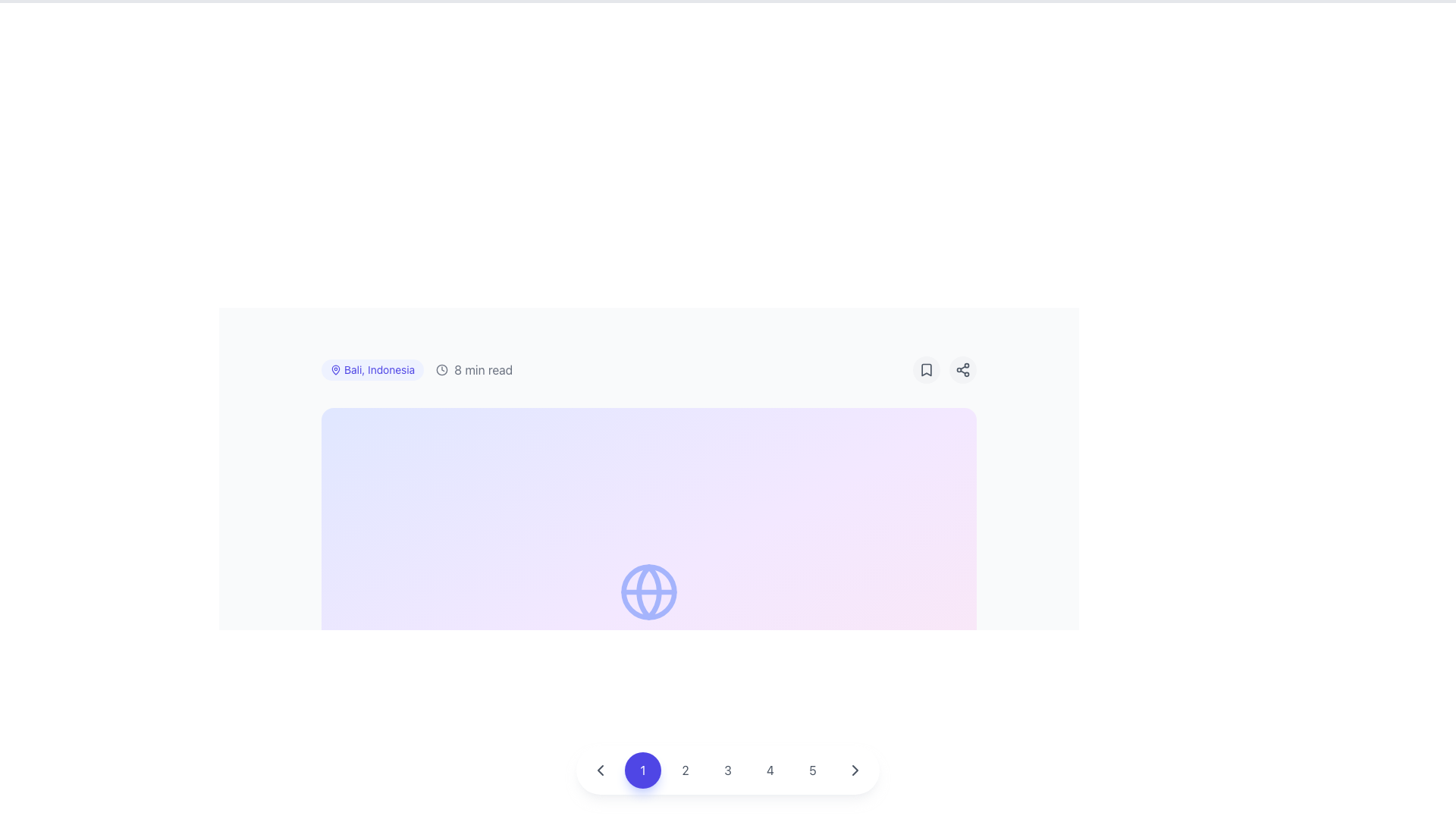 The width and height of the screenshot is (1456, 819). What do you see at coordinates (441, 370) in the screenshot?
I see `the SVG circle component of the illustrative clock icon, which is located slightly to the upper right quadrant of the interface, near textual information about an article location and duration` at bounding box center [441, 370].